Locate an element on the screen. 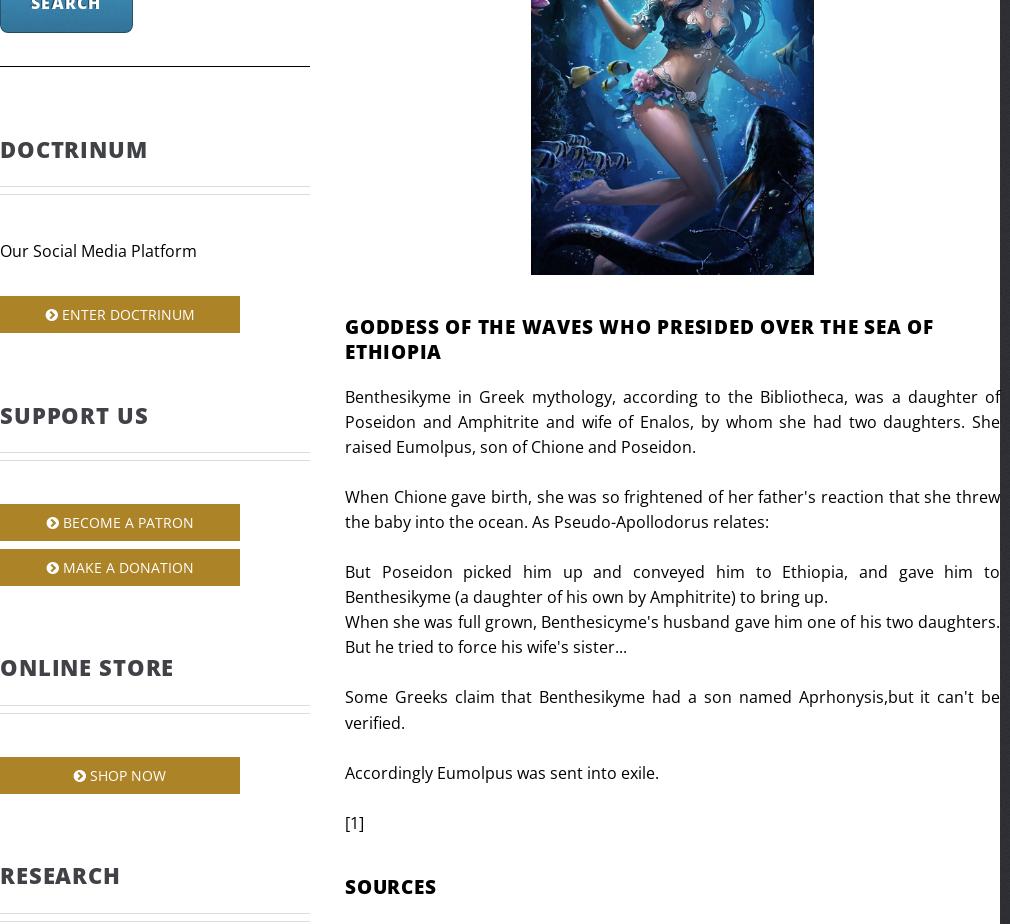 The image size is (1010, 924). 'Benthesikyme in Greek mythology, according to the Bibliotheca, was a daughter of Poseidon and Amphitrite and wife of Enalos, by whom she had two daughters. She raised Eumolpus, son of Chione and Poseidon.' is located at coordinates (345, 420).